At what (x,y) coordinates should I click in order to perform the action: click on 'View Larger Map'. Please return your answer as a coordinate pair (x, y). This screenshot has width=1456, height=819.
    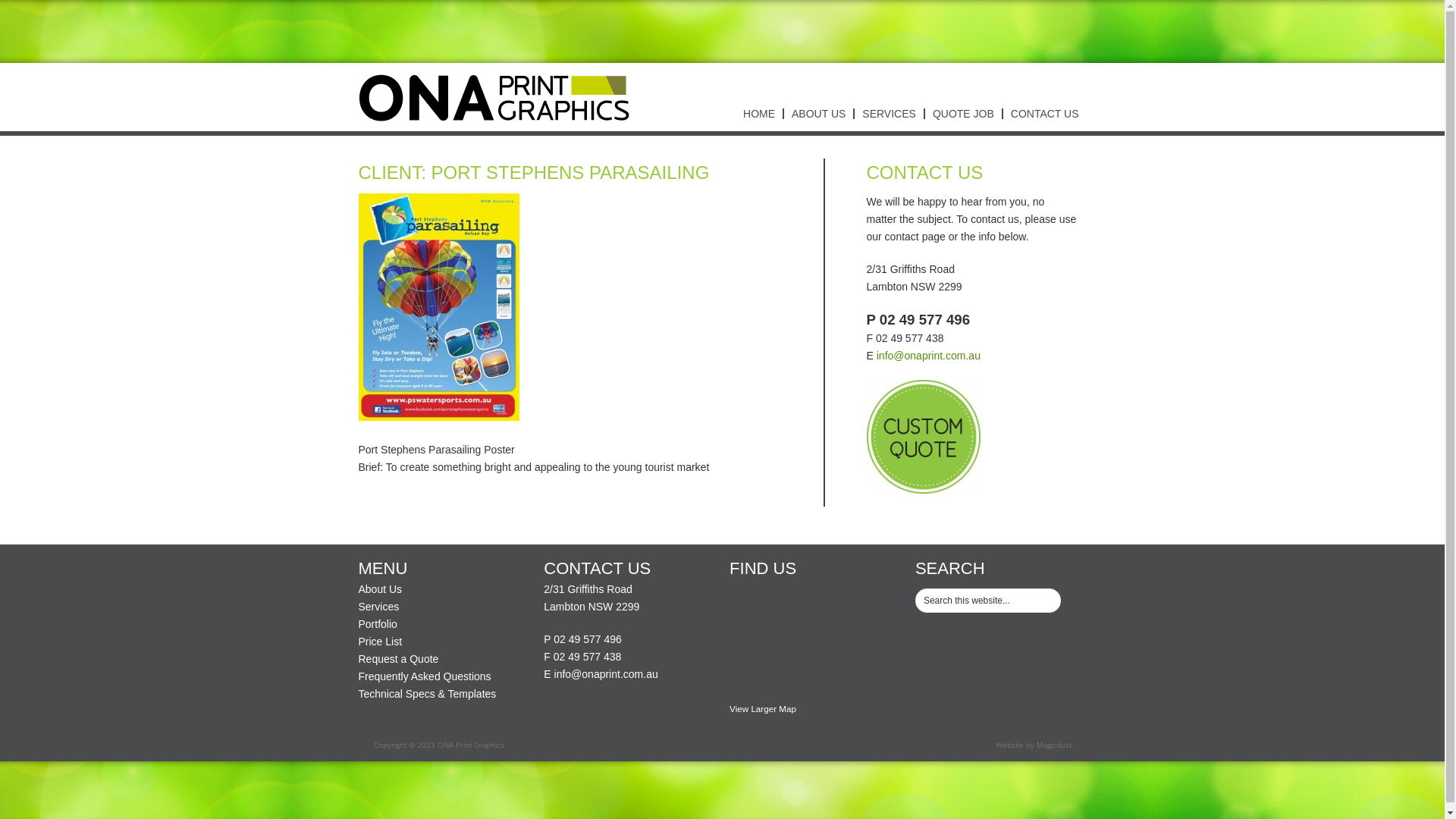
    Looking at the image, I should click on (763, 708).